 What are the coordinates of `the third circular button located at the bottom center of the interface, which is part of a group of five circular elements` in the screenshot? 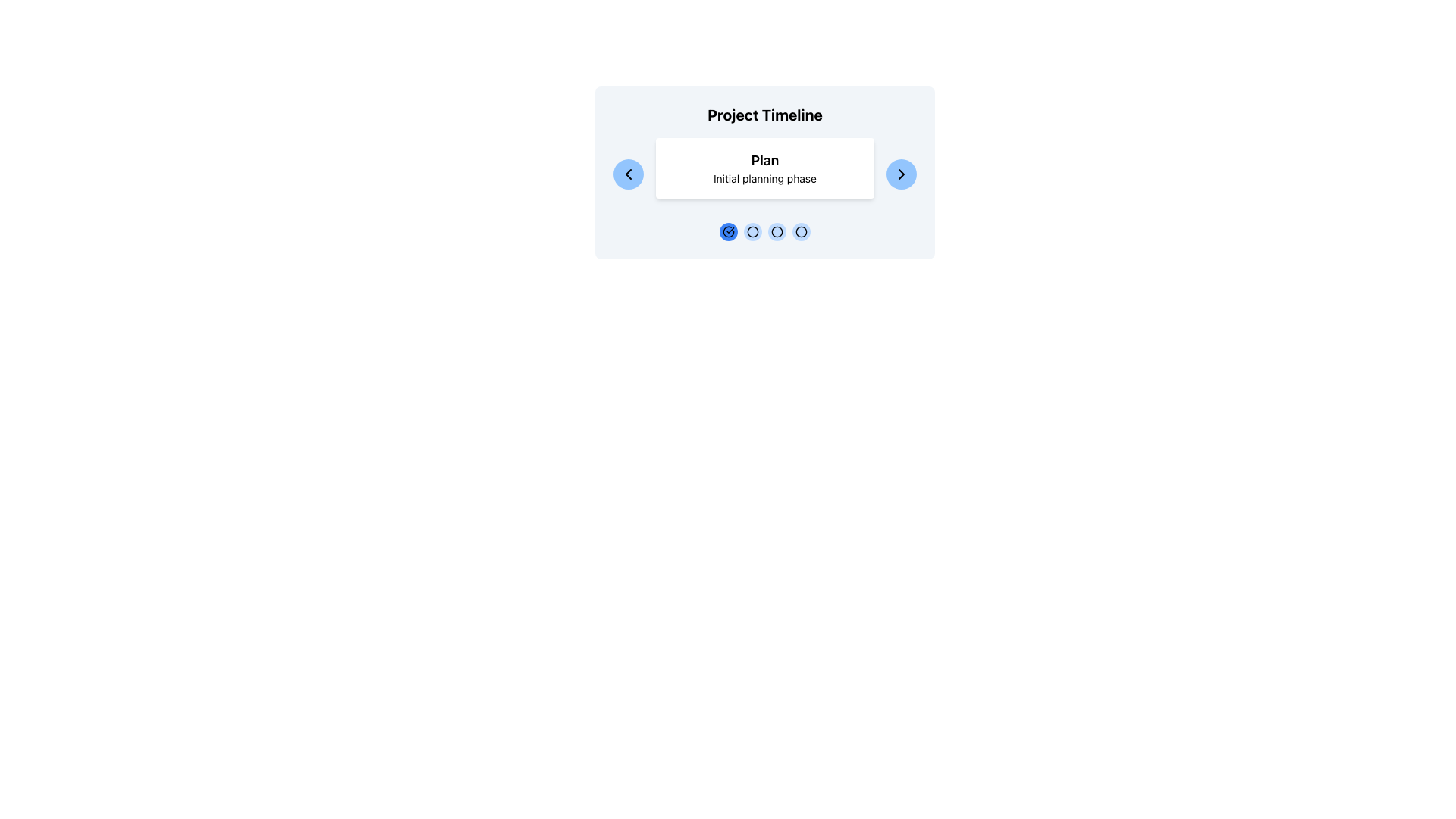 It's located at (777, 231).